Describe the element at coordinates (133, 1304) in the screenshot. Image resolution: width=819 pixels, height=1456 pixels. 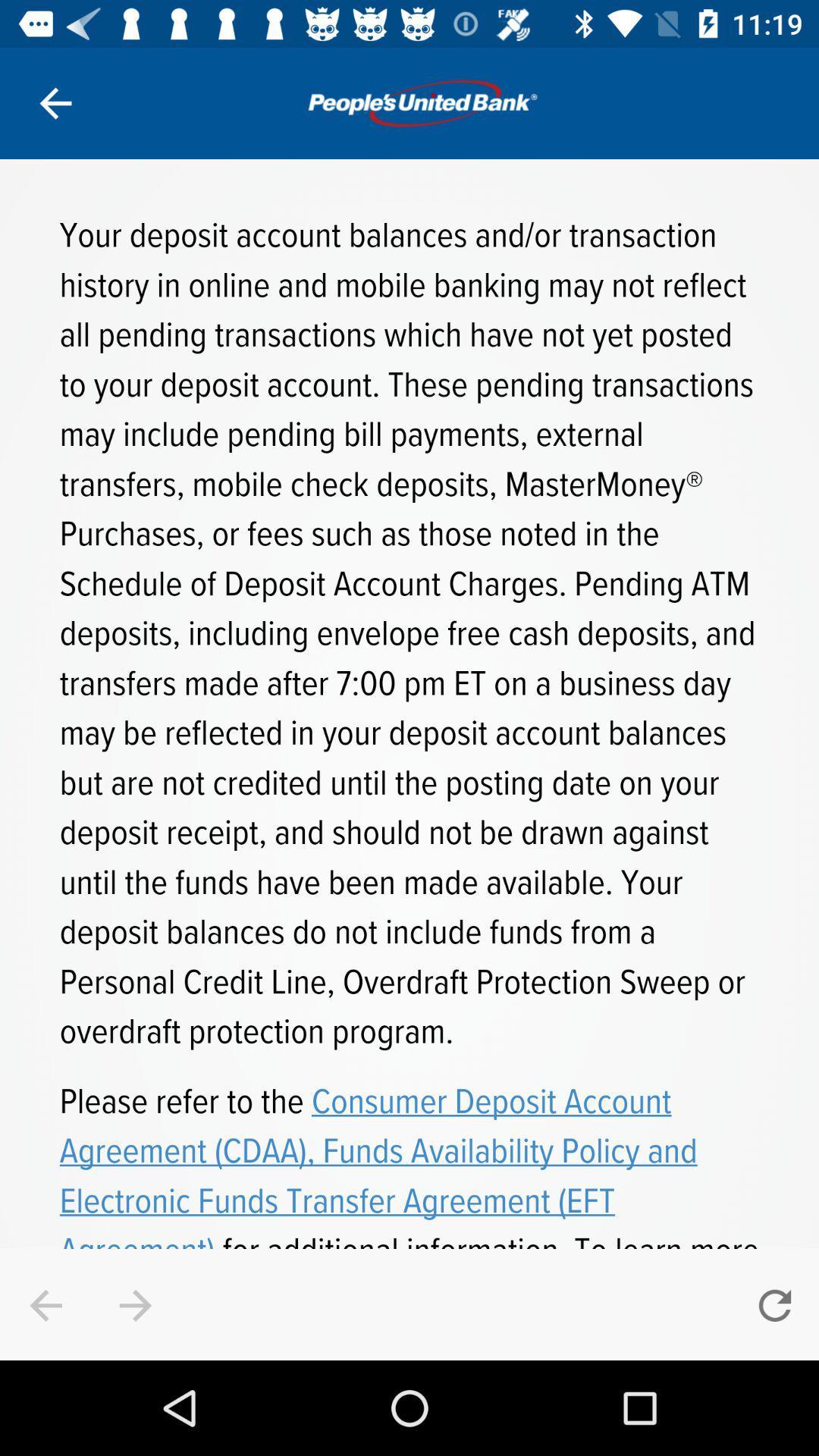
I see `the arrow_forward icon` at that location.